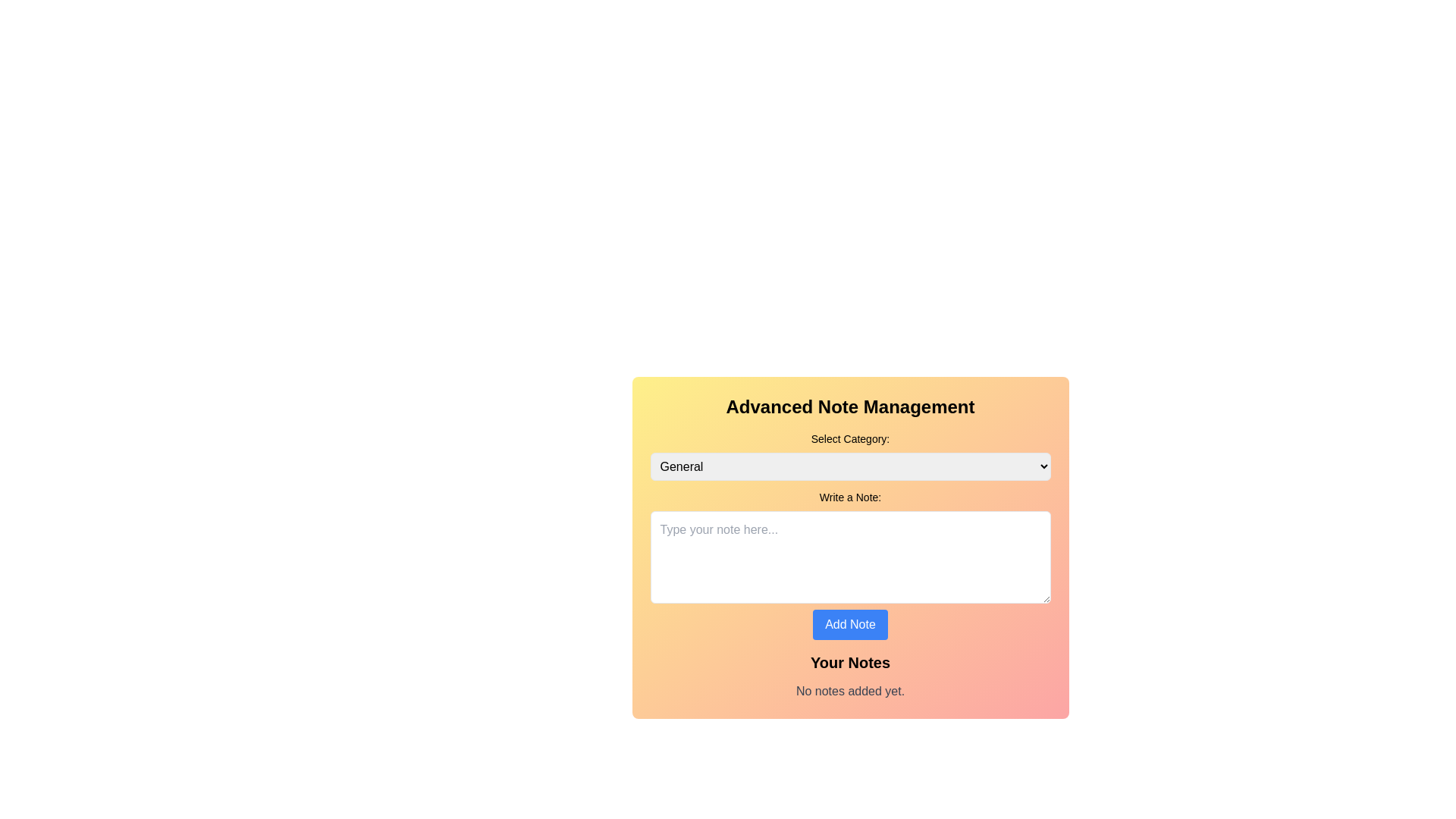 The width and height of the screenshot is (1456, 819). What do you see at coordinates (850, 466) in the screenshot?
I see `the dropdown menu located in the 'Select Category' section` at bounding box center [850, 466].